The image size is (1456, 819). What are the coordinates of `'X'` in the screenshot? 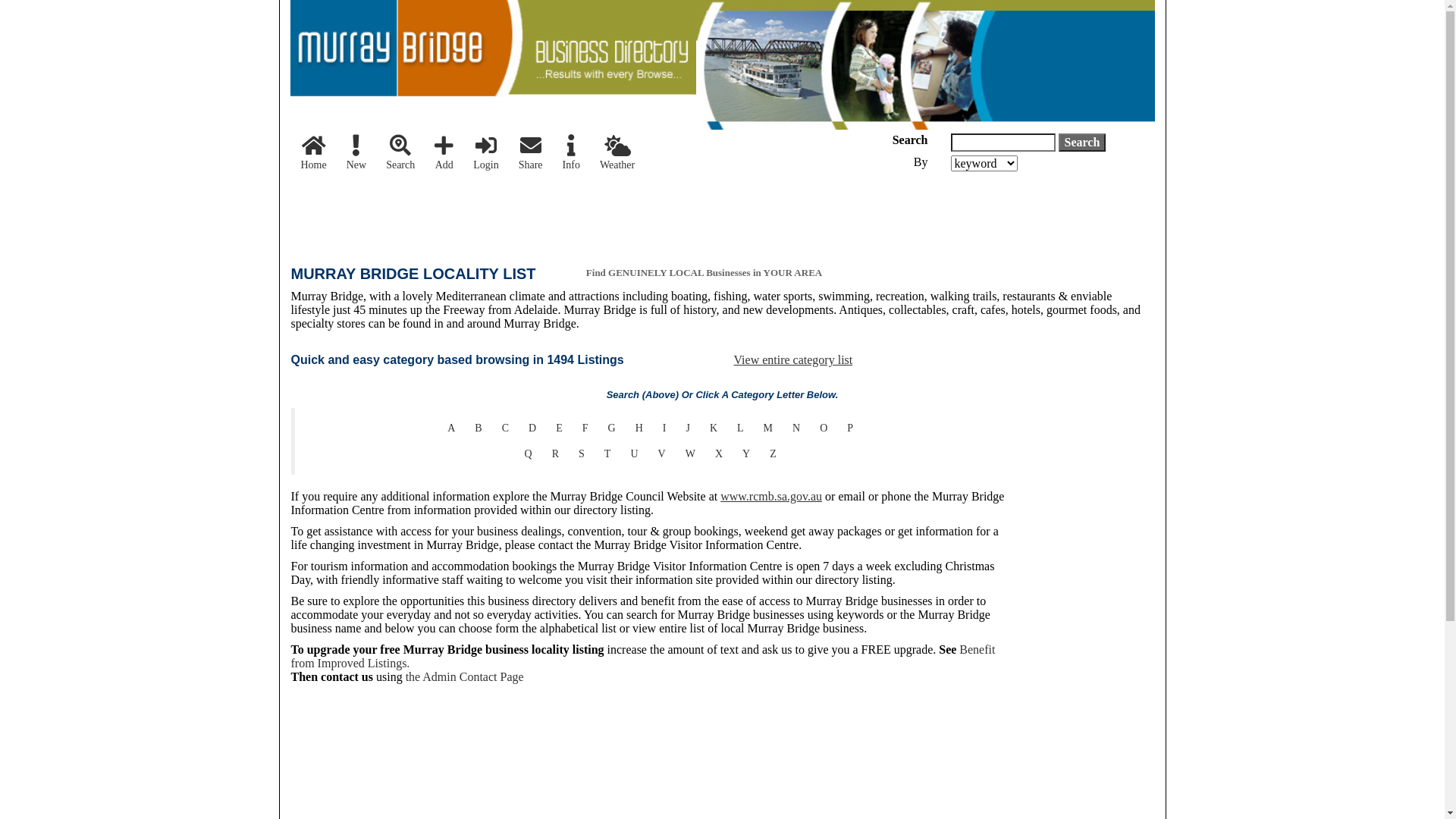 It's located at (718, 453).